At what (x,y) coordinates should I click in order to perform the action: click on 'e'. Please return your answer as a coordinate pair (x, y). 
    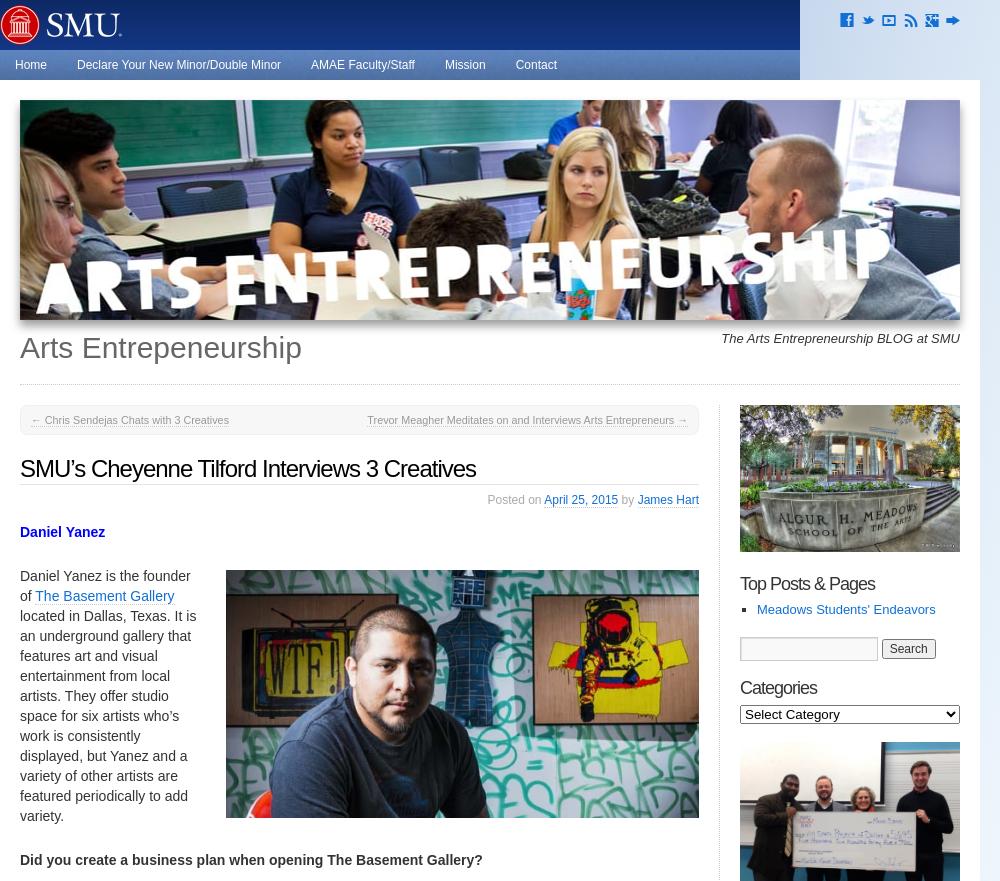
    Looking at the image, I should click on (867, 19).